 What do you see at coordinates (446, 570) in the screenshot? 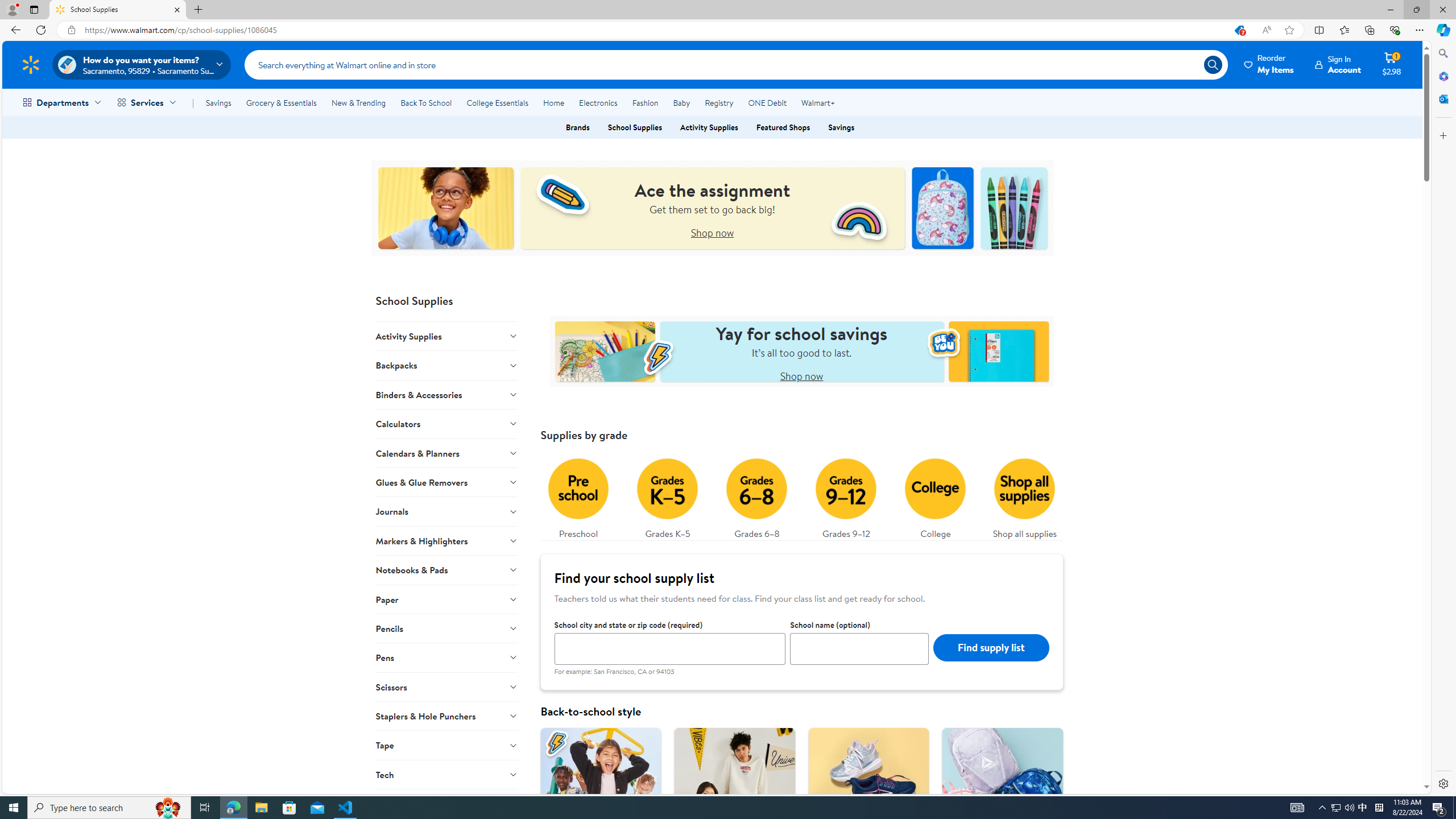
I see `'Notebooks & Pads'` at bounding box center [446, 570].